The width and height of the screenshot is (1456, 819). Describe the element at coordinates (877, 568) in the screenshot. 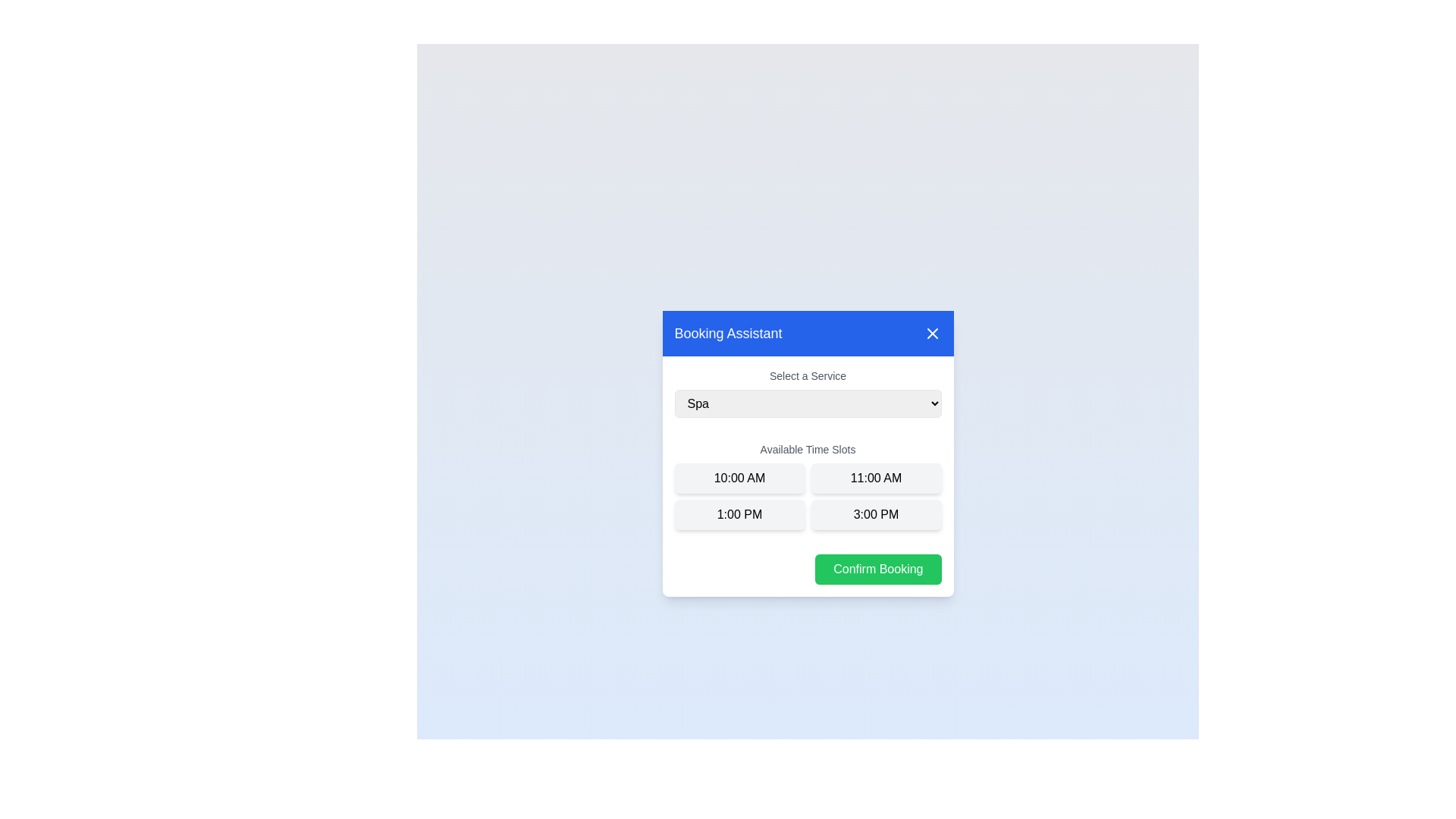

I see `the 'Confirm Booking' button to confirm the booking` at that location.